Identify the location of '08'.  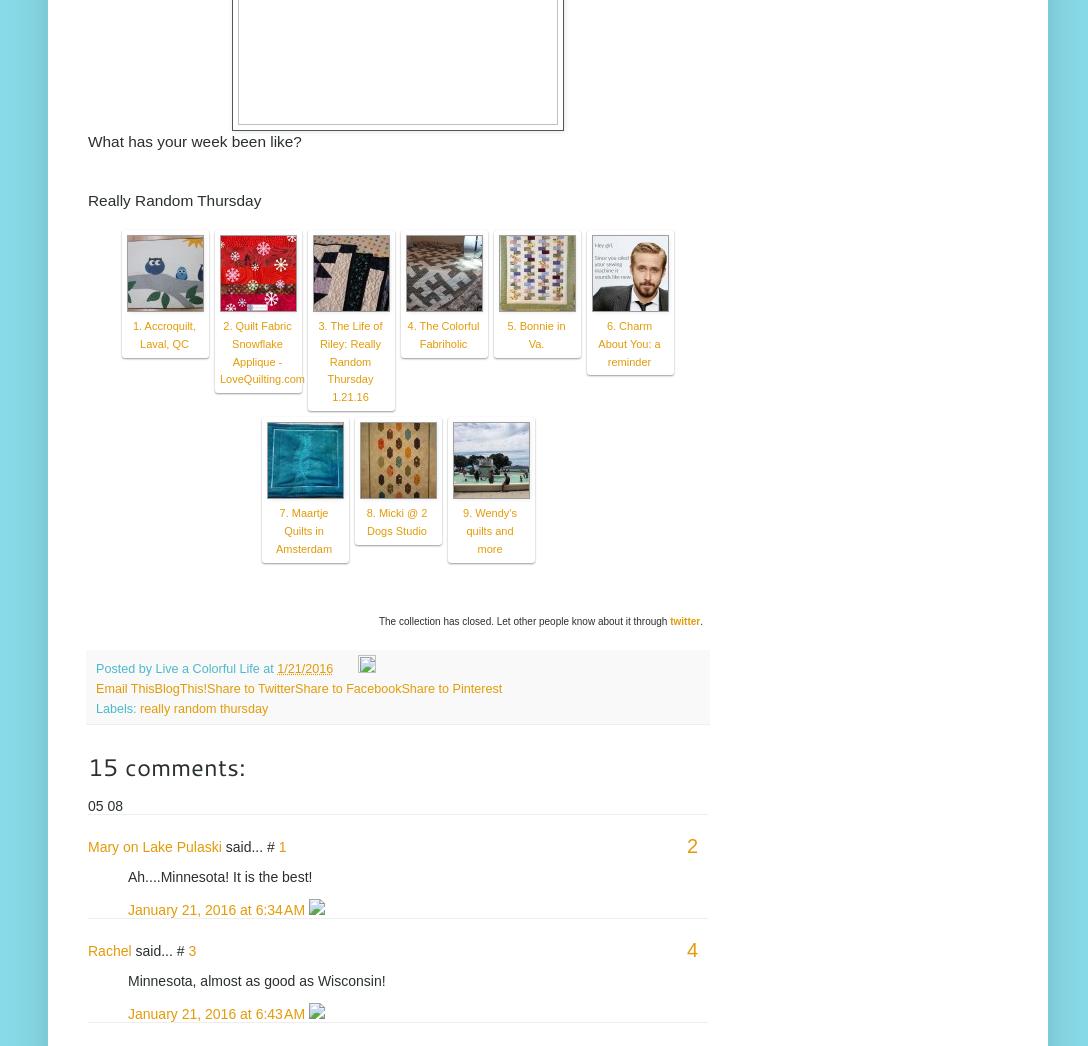
(115, 806).